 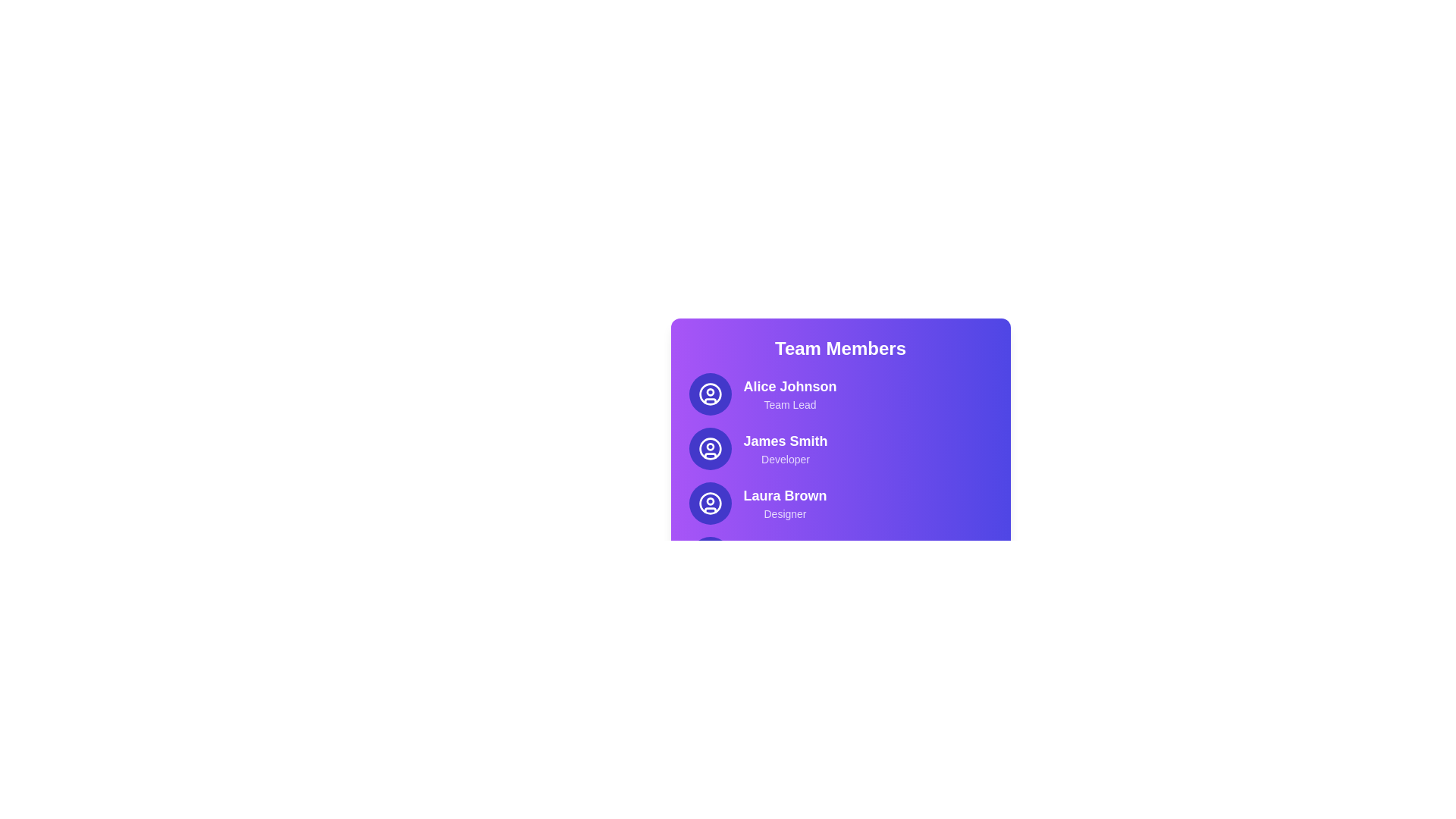 What do you see at coordinates (709, 394) in the screenshot?
I see `the profile picture icon representing user 'Alice Johnson' in the 'Team Members' section` at bounding box center [709, 394].